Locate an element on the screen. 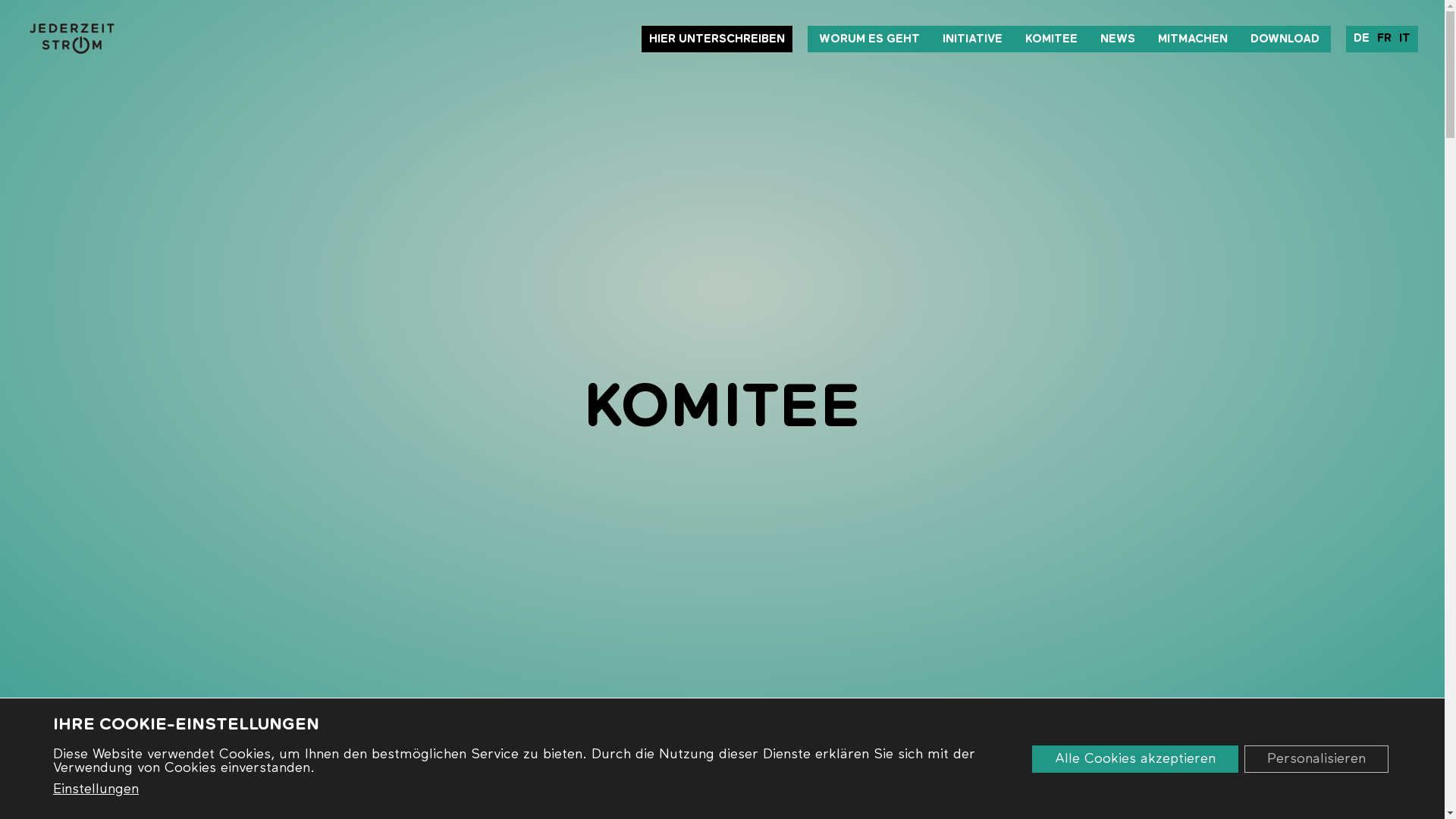 The width and height of the screenshot is (1456, 819). 'MITMACHEN' is located at coordinates (1192, 38).